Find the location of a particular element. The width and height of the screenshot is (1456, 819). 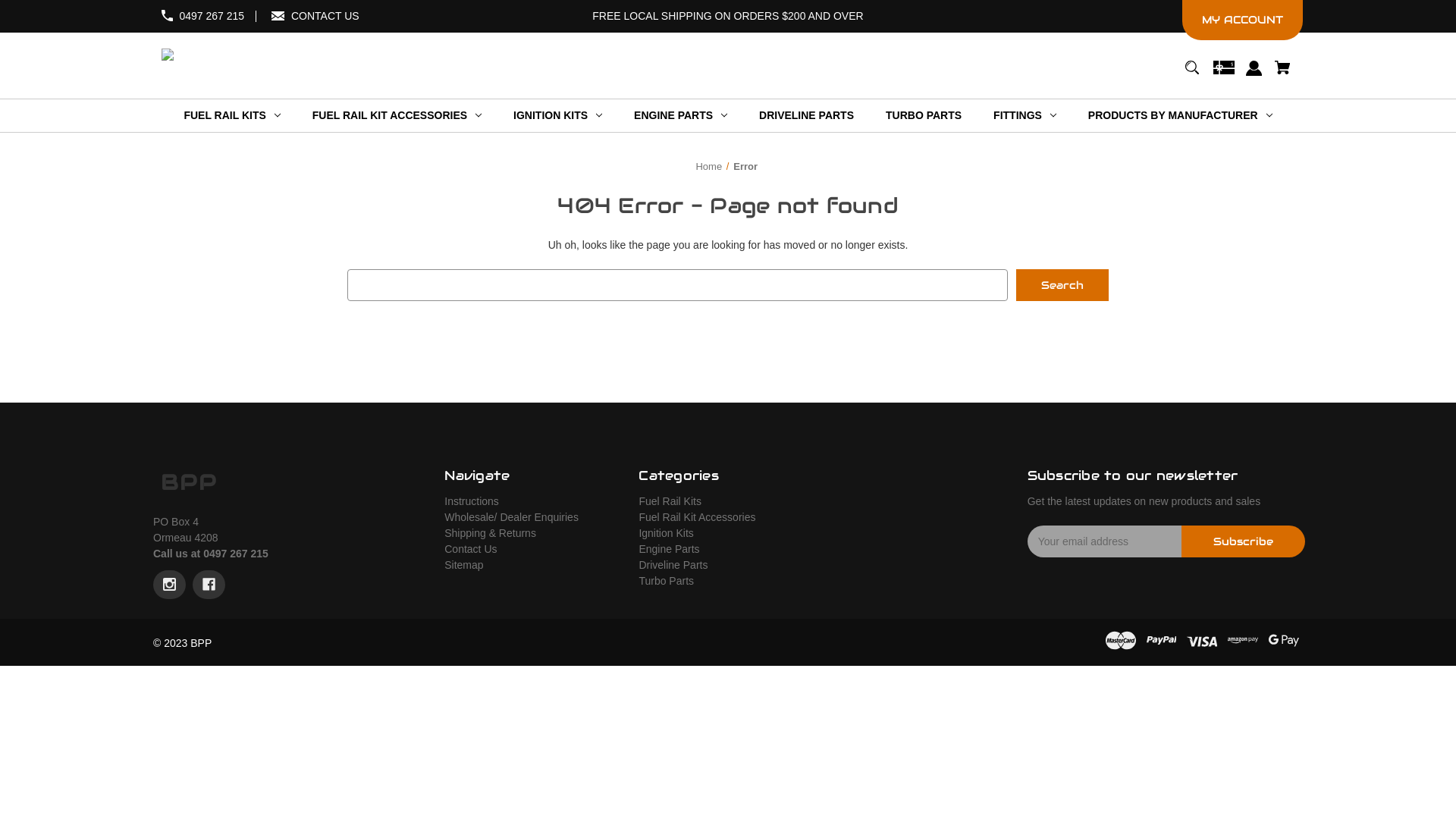

'Facebook' is located at coordinates (208, 584).